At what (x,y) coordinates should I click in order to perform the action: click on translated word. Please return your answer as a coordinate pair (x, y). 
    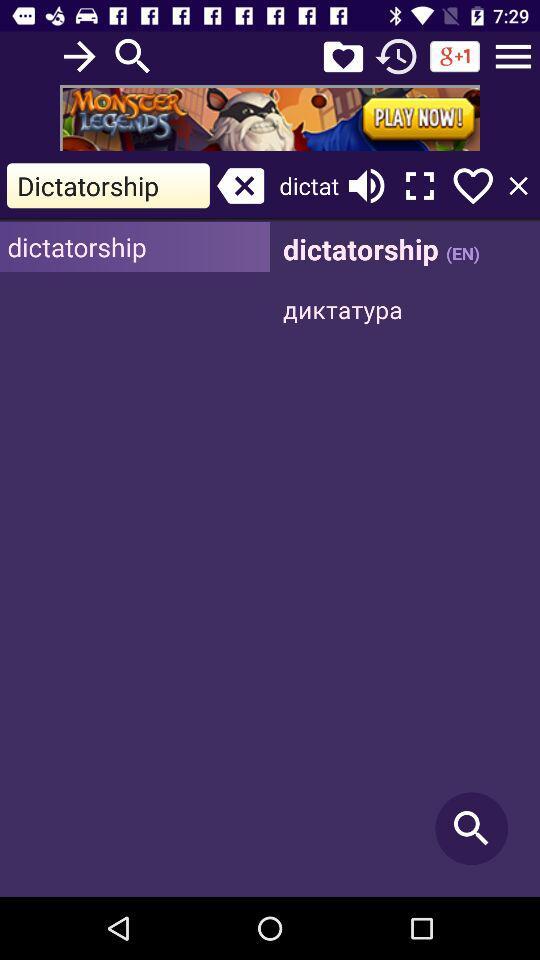
    Looking at the image, I should click on (405, 559).